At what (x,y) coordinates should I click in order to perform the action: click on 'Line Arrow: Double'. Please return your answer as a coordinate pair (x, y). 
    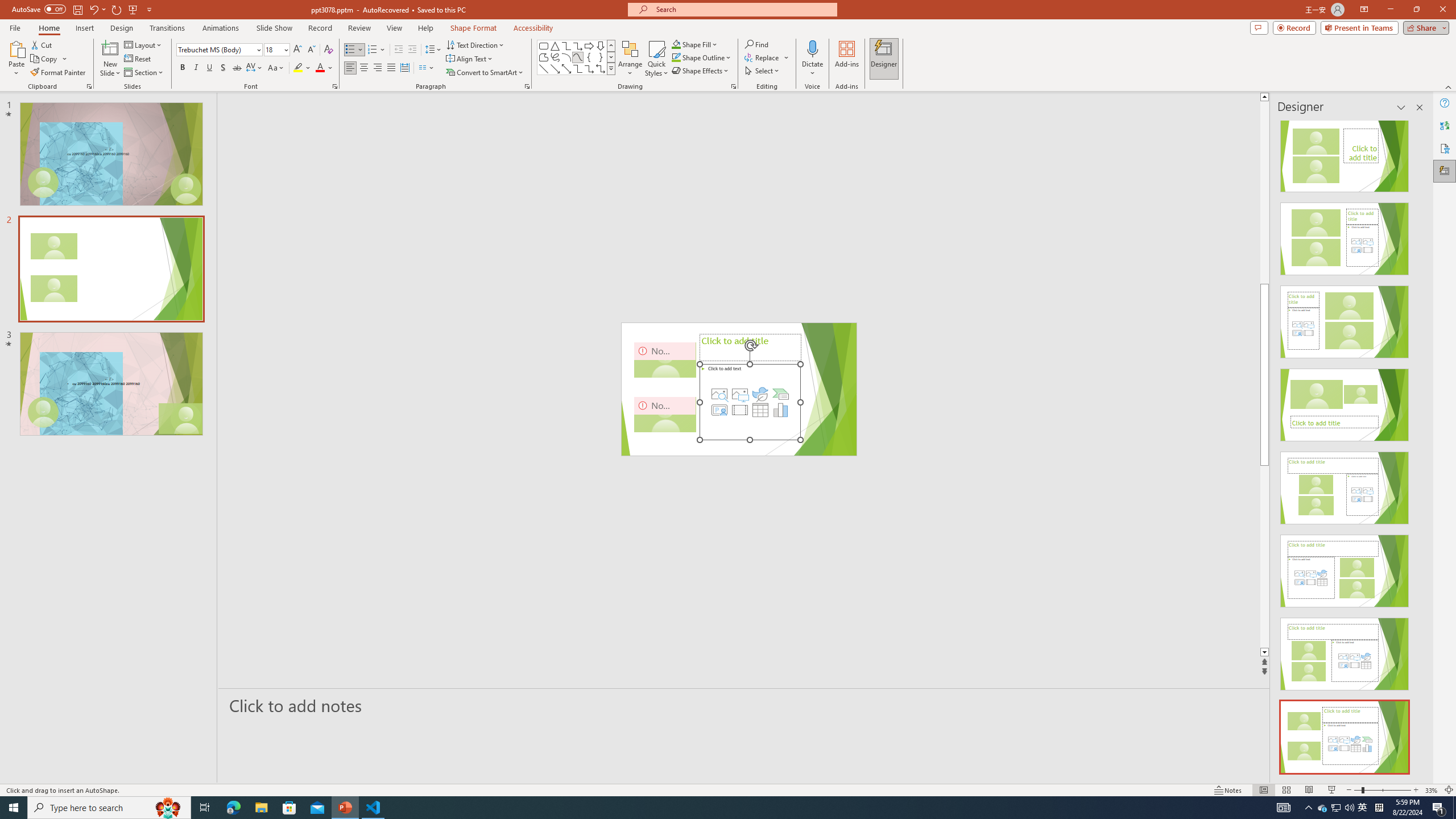
    Looking at the image, I should click on (565, 68).